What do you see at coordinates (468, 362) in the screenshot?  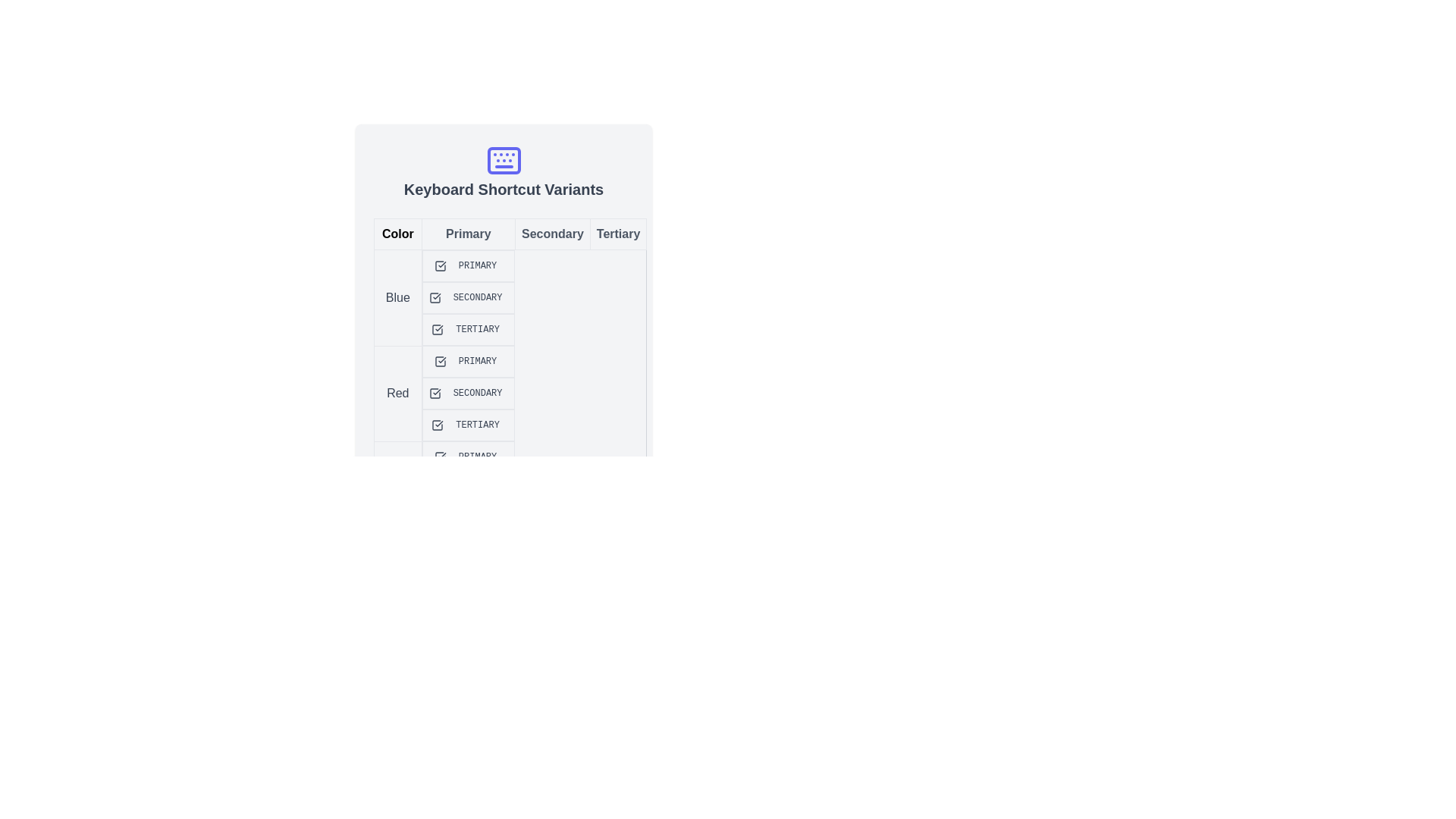 I see `the text label element displaying 'Primary', which has a light red background and is styled with bold uppercase darker red text, located in the third row under the 'Primary' column` at bounding box center [468, 362].